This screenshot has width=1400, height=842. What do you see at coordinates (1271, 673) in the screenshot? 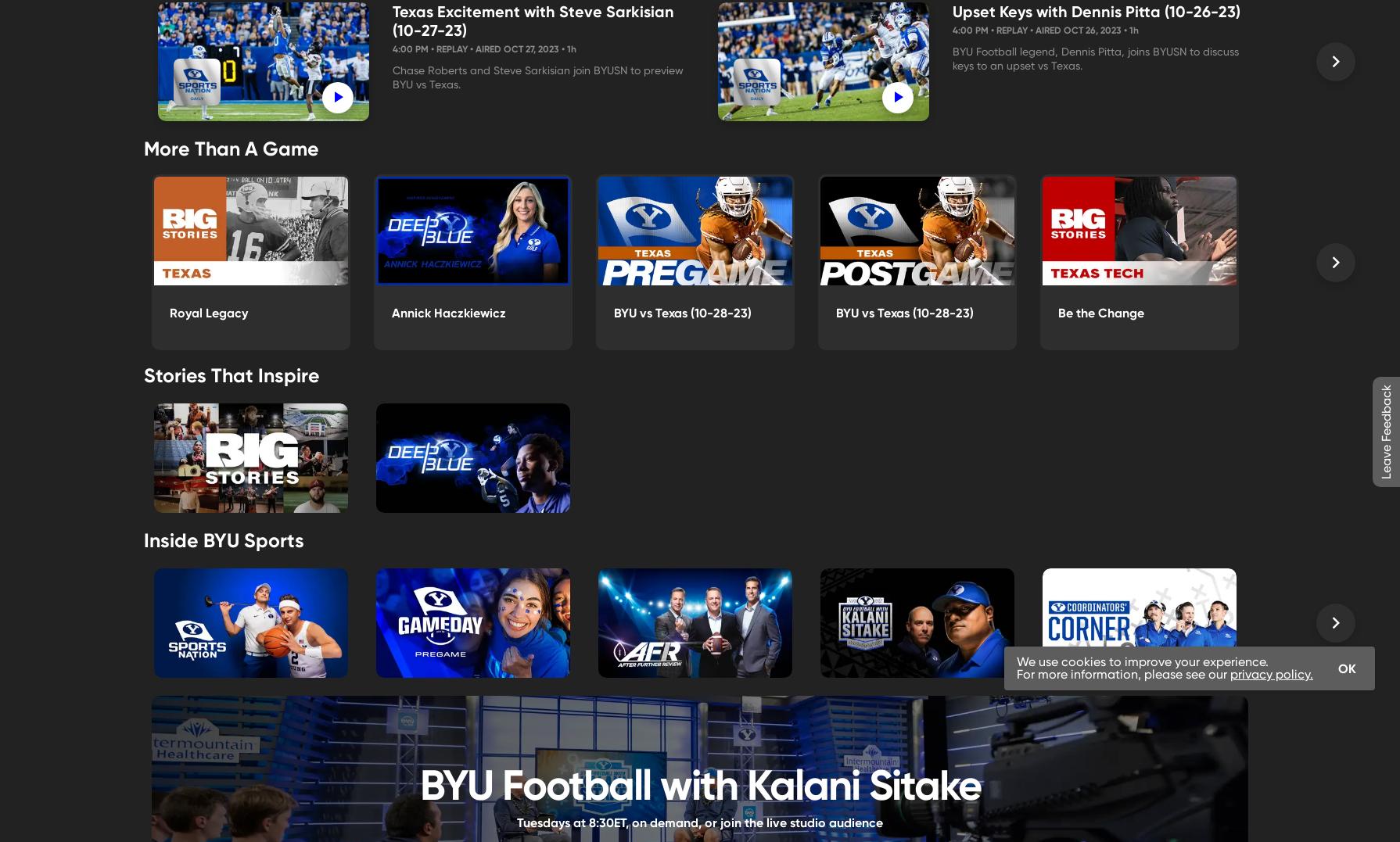
I see `'privacy policy.'` at bounding box center [1271, 673].